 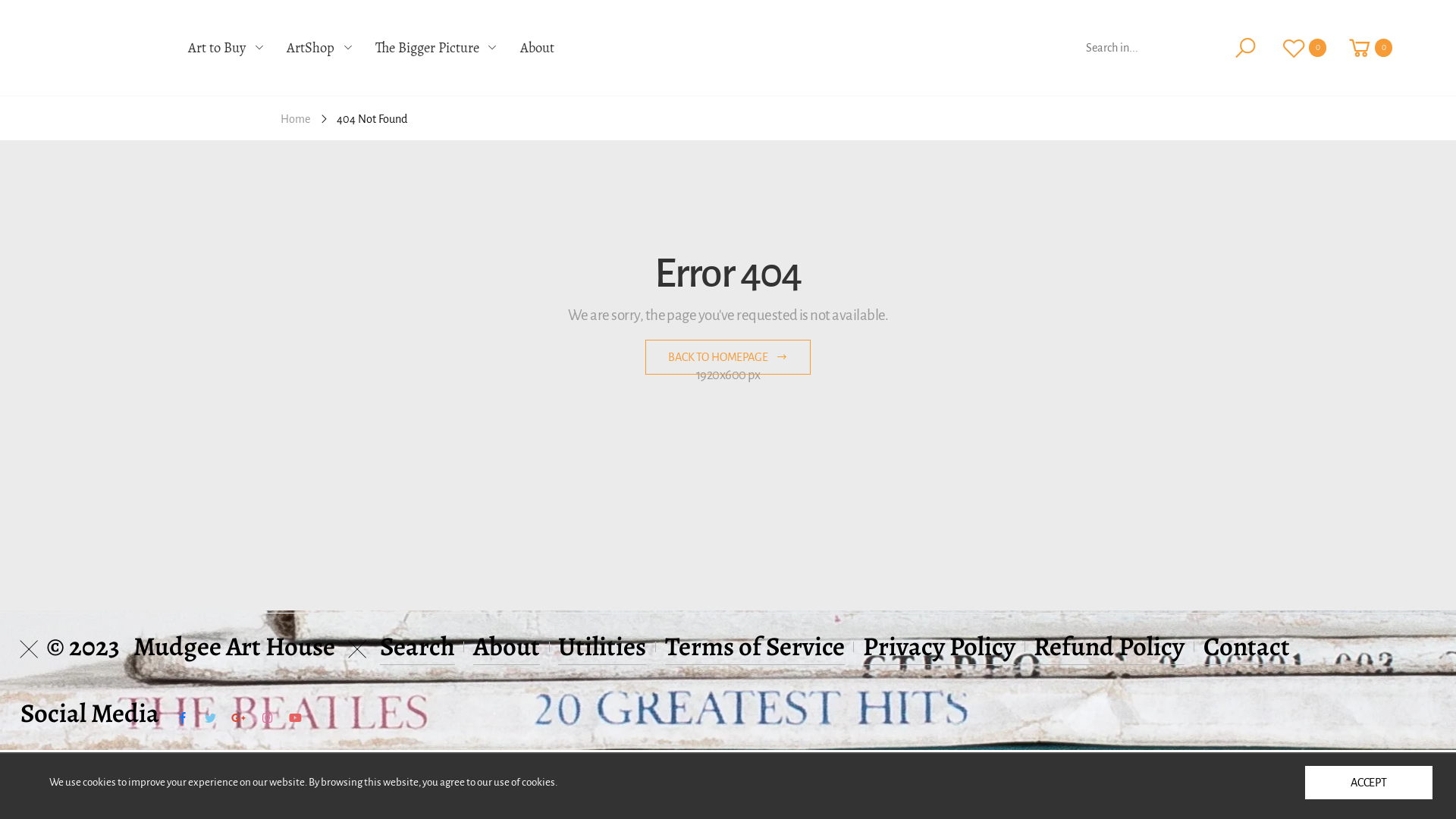 What do you see at coordinates (237, 717) in the screenshot?
I see `'Mudgee Art House on Google plus'` at bounding box center [237, 717].